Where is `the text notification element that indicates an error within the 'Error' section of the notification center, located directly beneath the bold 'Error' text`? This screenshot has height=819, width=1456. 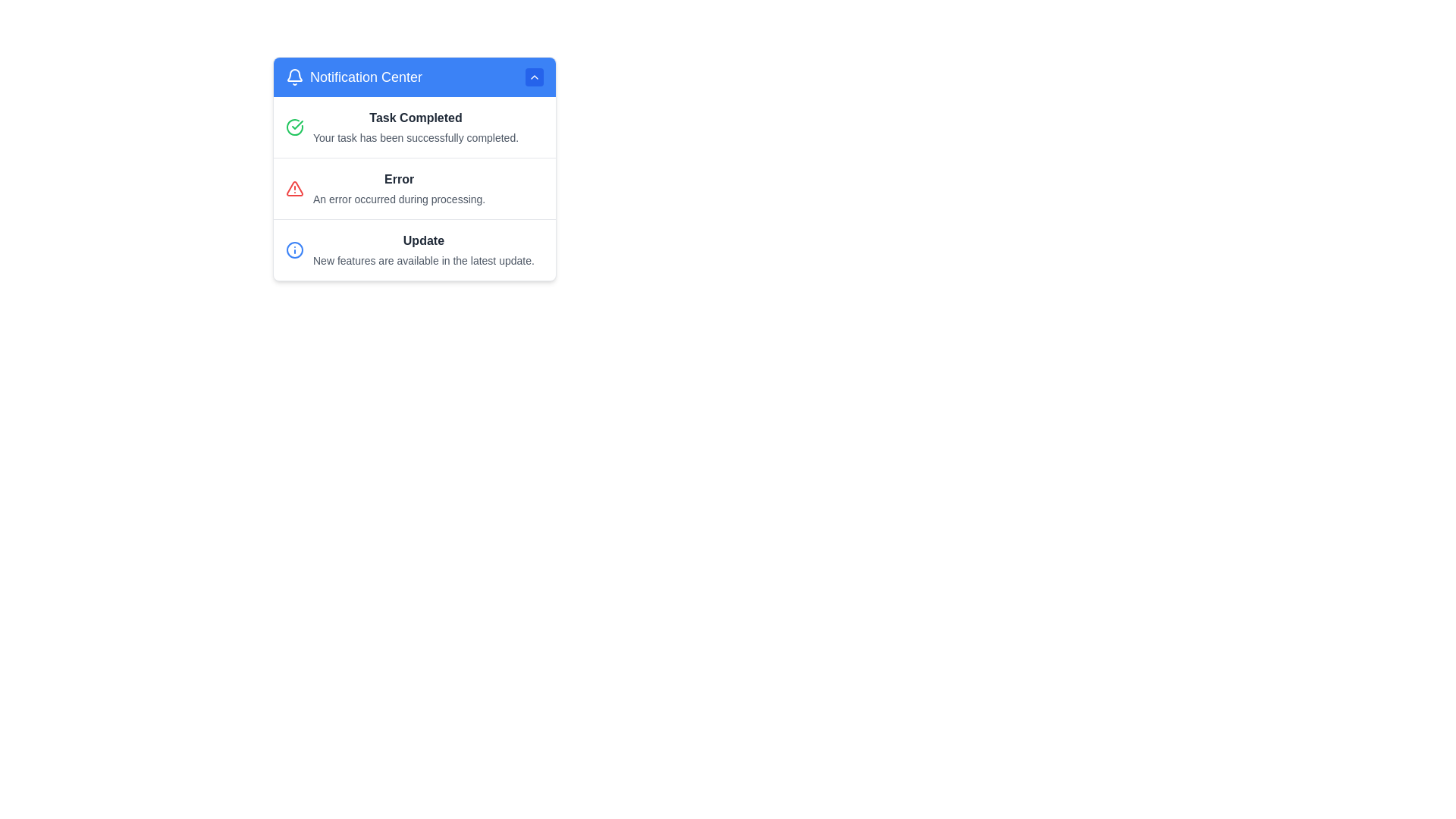 the text notification element that indicates an error within the 'Error' section of the notification center, located directly beneath the bold 'Error' text is located at coordinates (399, 198).